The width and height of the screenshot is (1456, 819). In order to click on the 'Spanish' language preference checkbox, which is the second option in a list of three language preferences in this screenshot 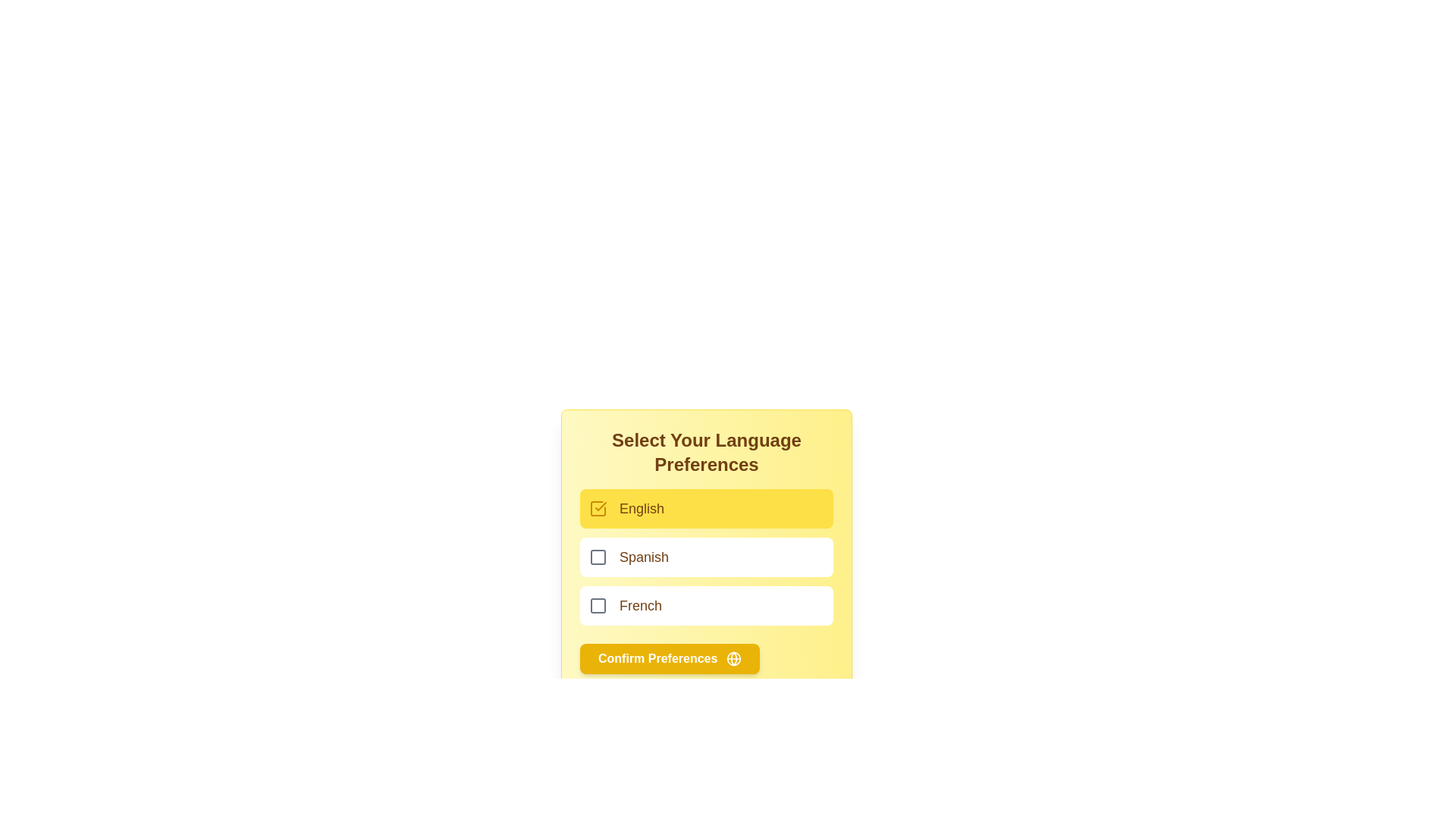, I will do `click(705, 551)`.